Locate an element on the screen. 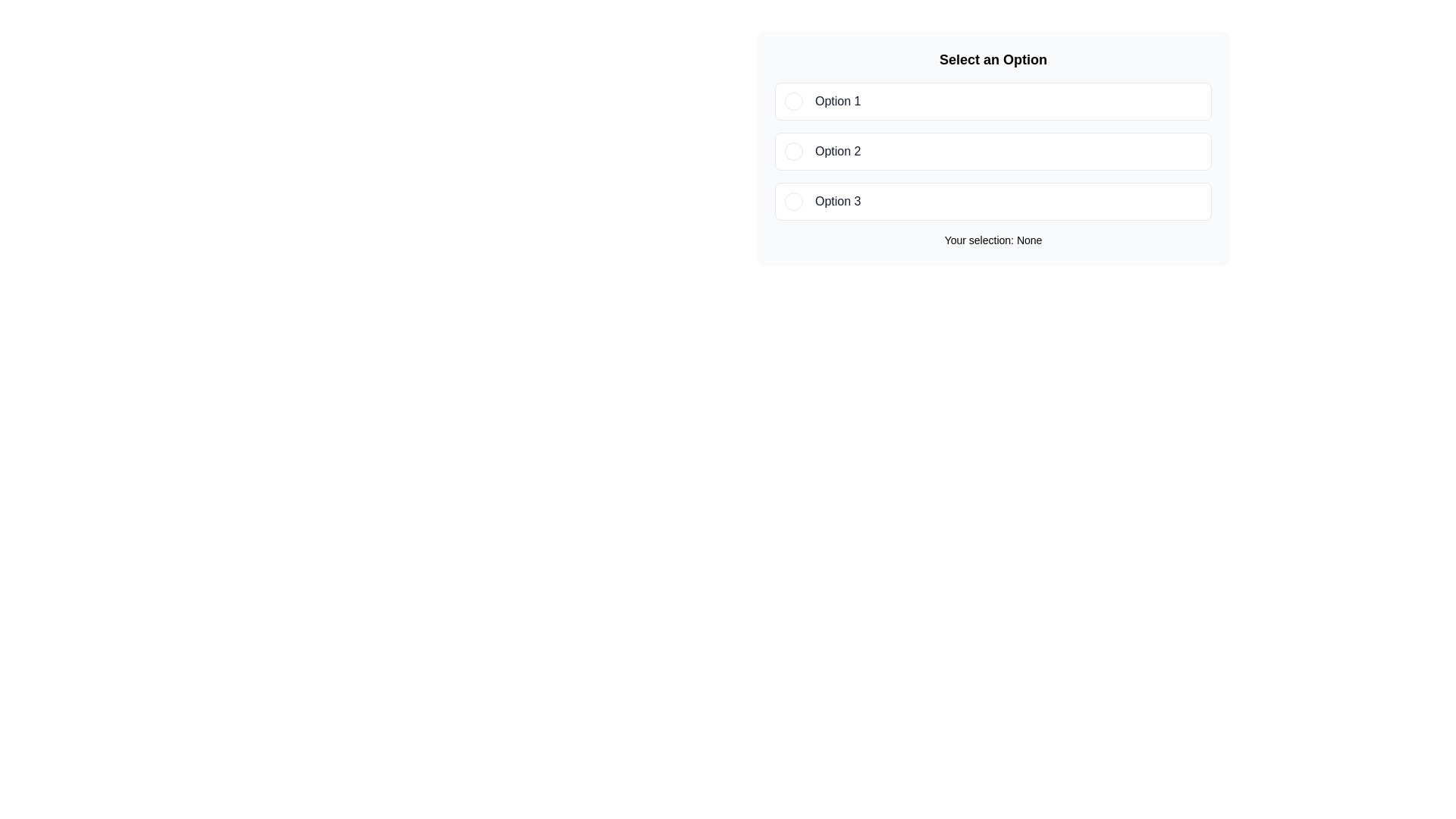  the middle selectable option in the list is located at coordinates (993, 152).